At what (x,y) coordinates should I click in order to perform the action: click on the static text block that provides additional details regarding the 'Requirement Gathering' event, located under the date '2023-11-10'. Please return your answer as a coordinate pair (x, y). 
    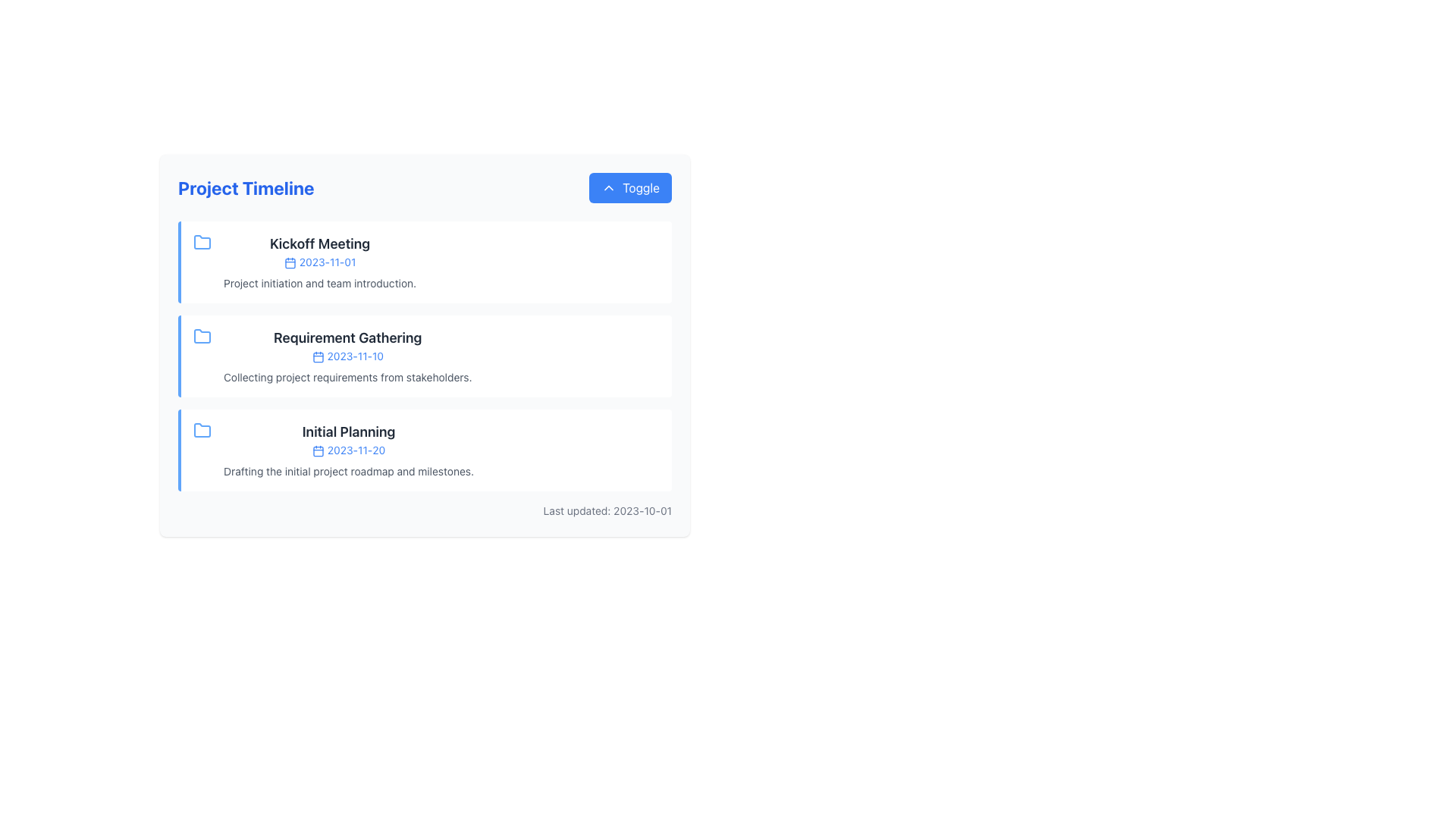
    Looking at the image, I should click on (347, 376).